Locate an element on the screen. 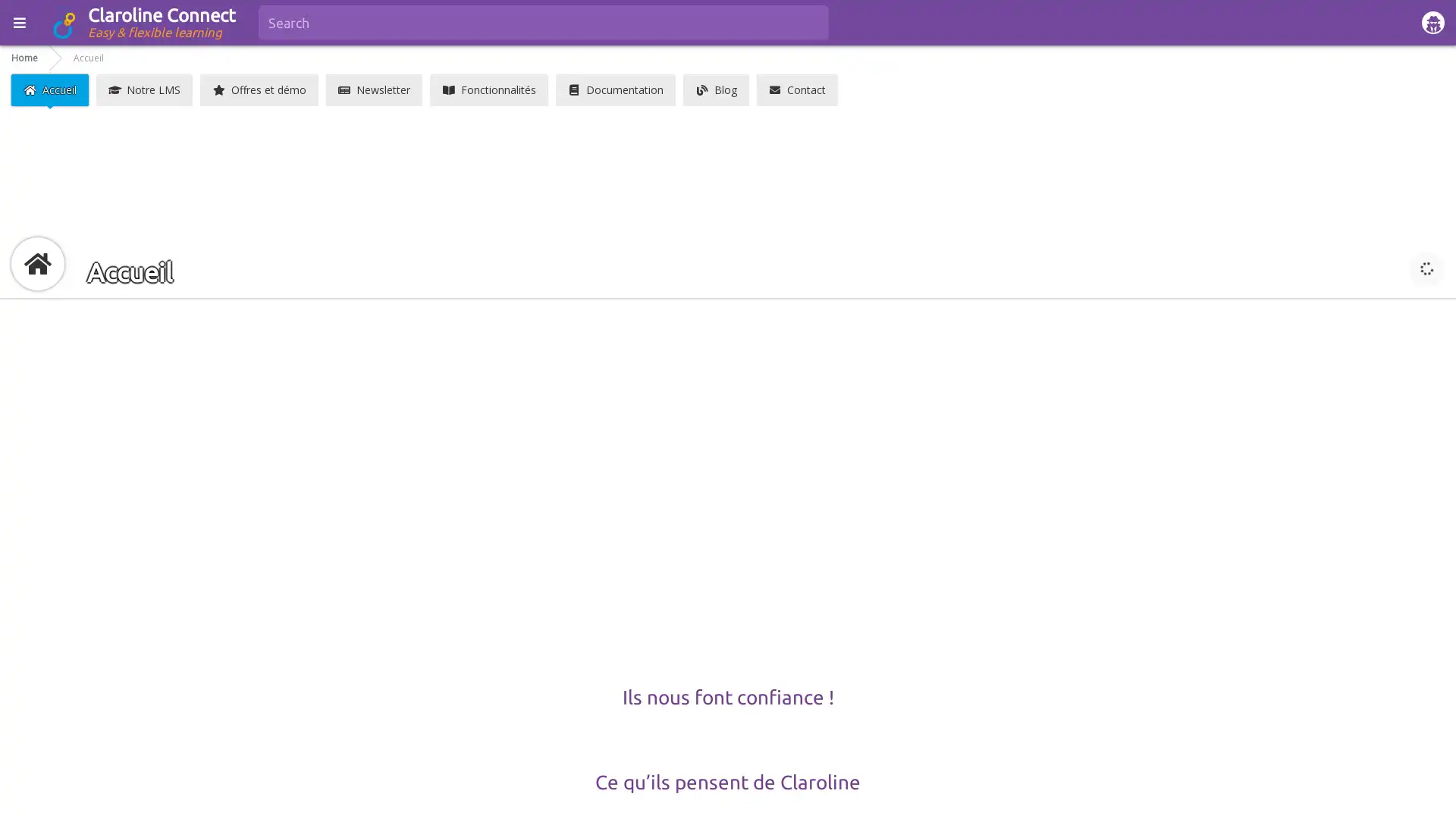 This screenshot has width=1456, height=819. Show more actions is located at coordinates (1426, 268).